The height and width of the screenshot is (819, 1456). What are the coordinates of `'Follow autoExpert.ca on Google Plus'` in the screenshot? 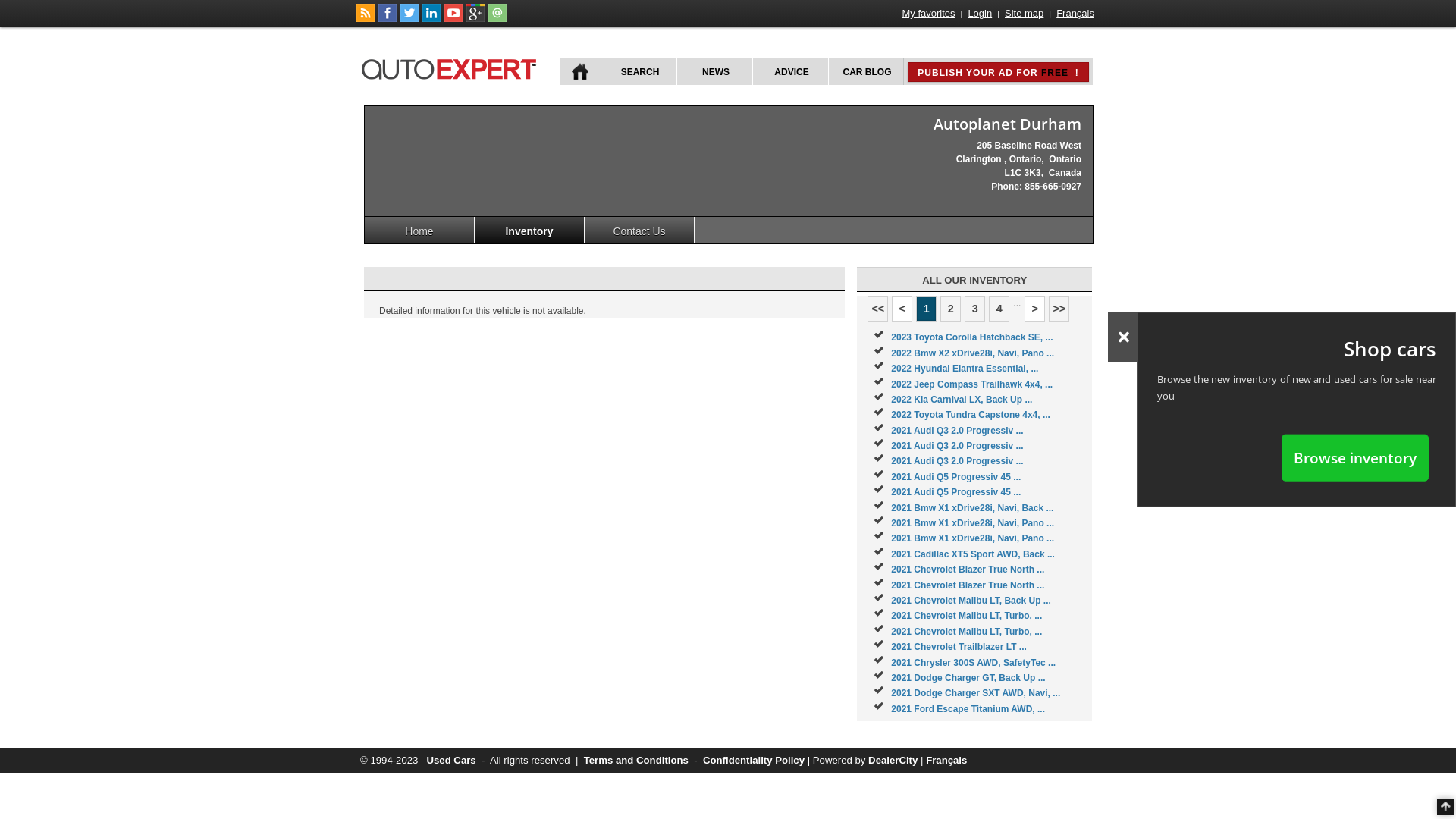 It's located at (465, 18).